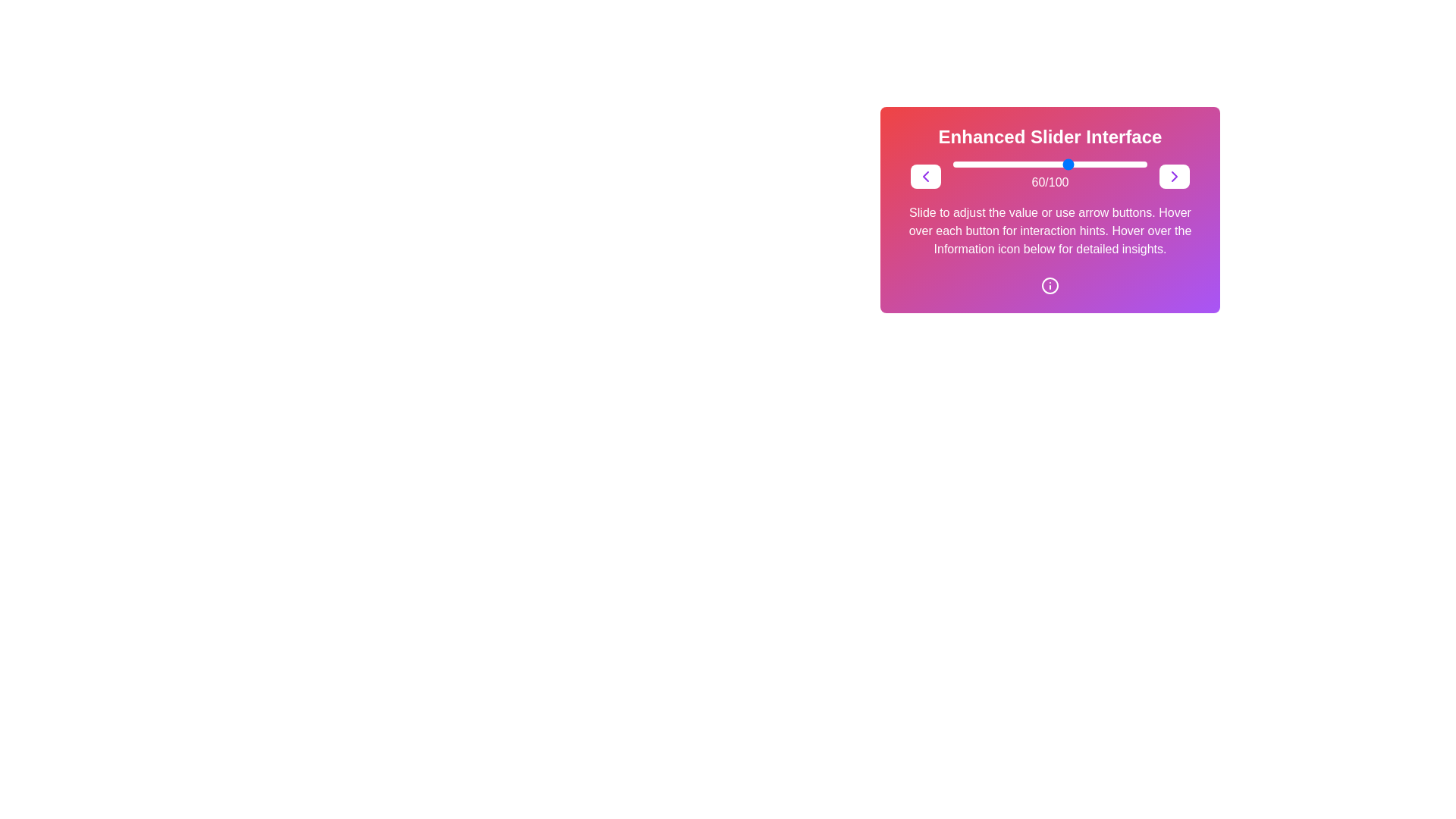 This screenshot has width=1456, height=819. I want to click on the slider, so click(996, 164).